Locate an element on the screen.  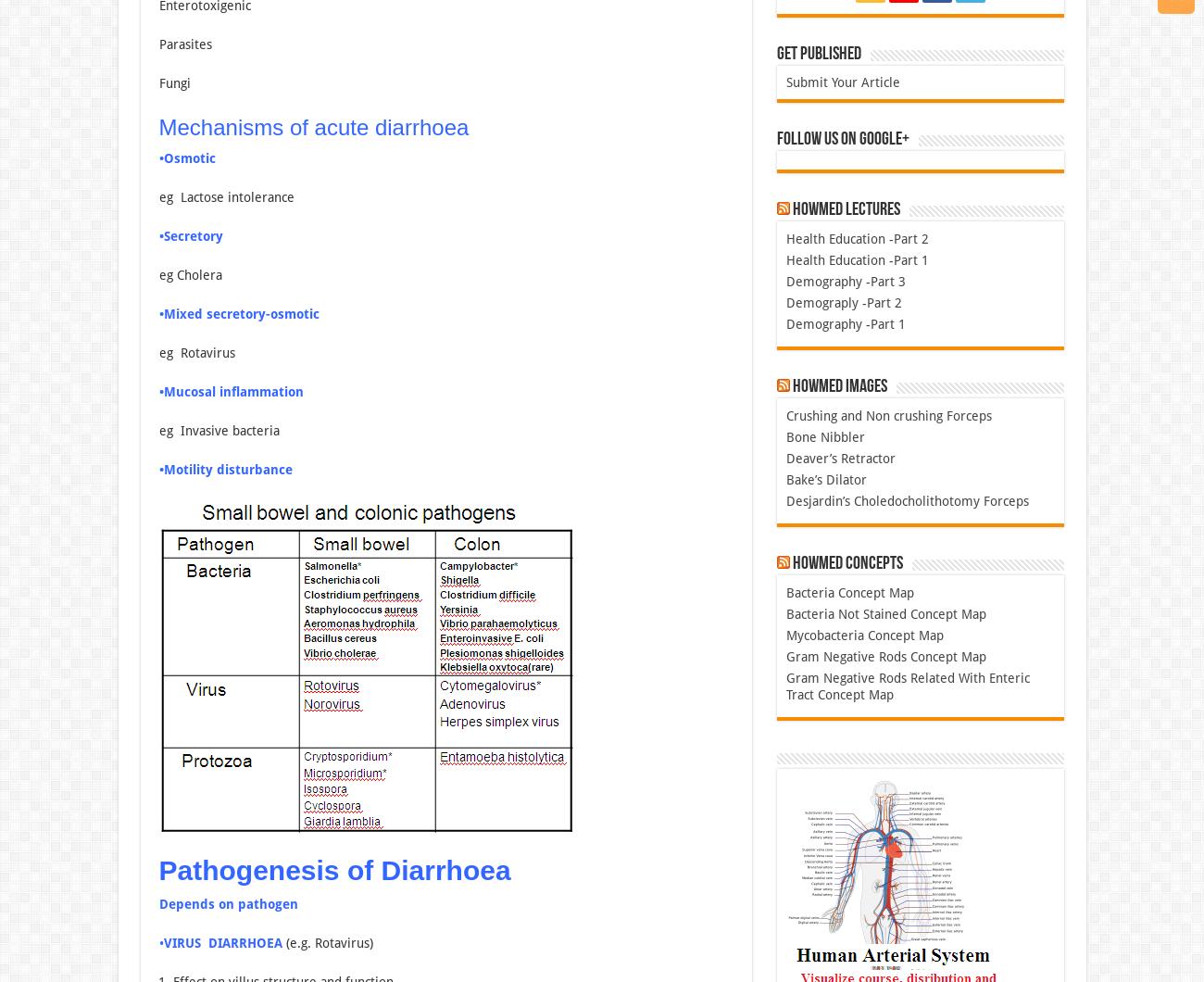
'eg  Rotavirus' is located at coordinates (196, 352).